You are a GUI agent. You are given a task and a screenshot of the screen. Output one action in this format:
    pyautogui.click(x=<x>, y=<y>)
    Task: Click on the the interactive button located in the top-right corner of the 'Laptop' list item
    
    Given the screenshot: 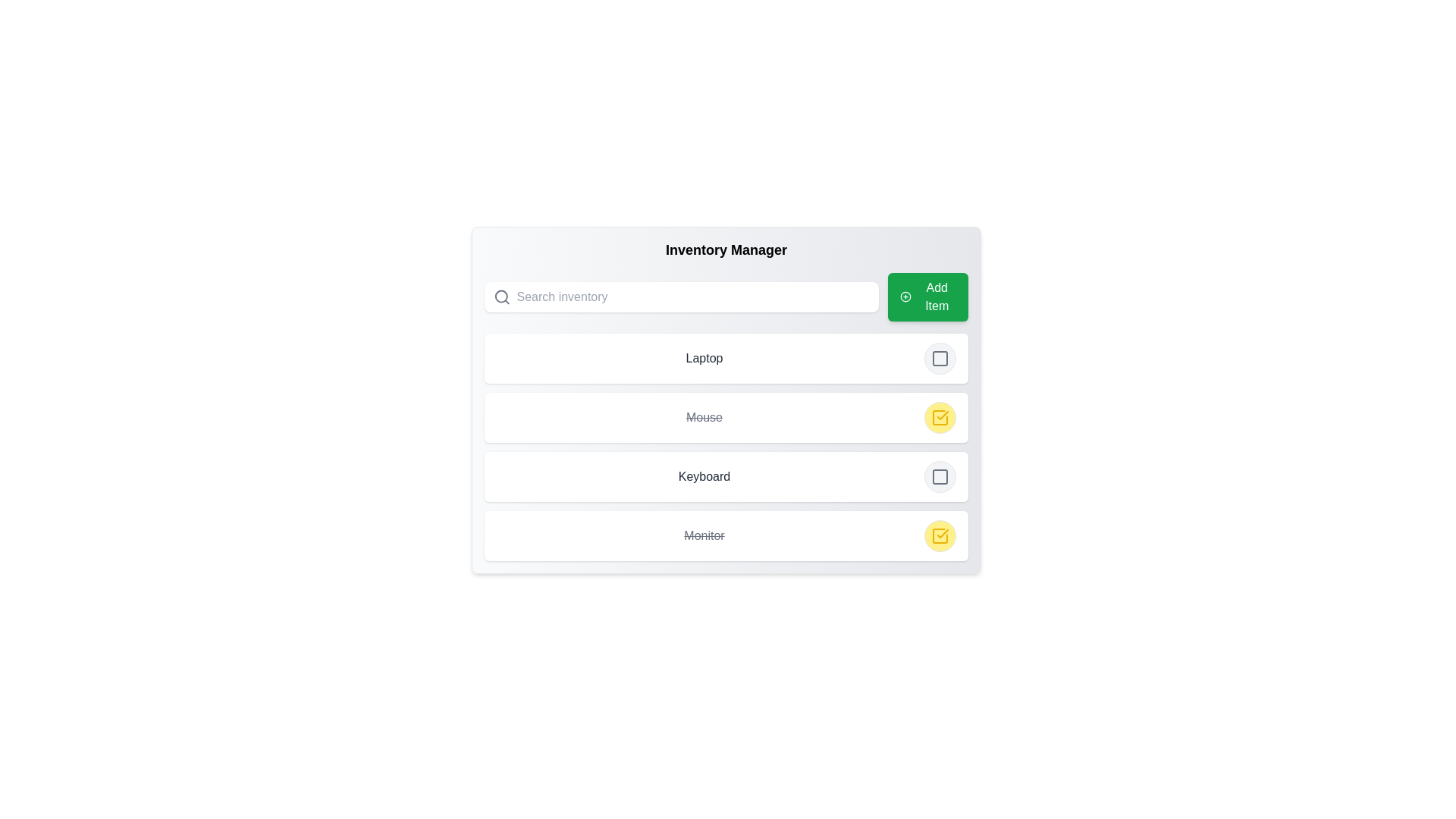 What is the action you would take?
    pyautogui.click(x=939, y=359)
    